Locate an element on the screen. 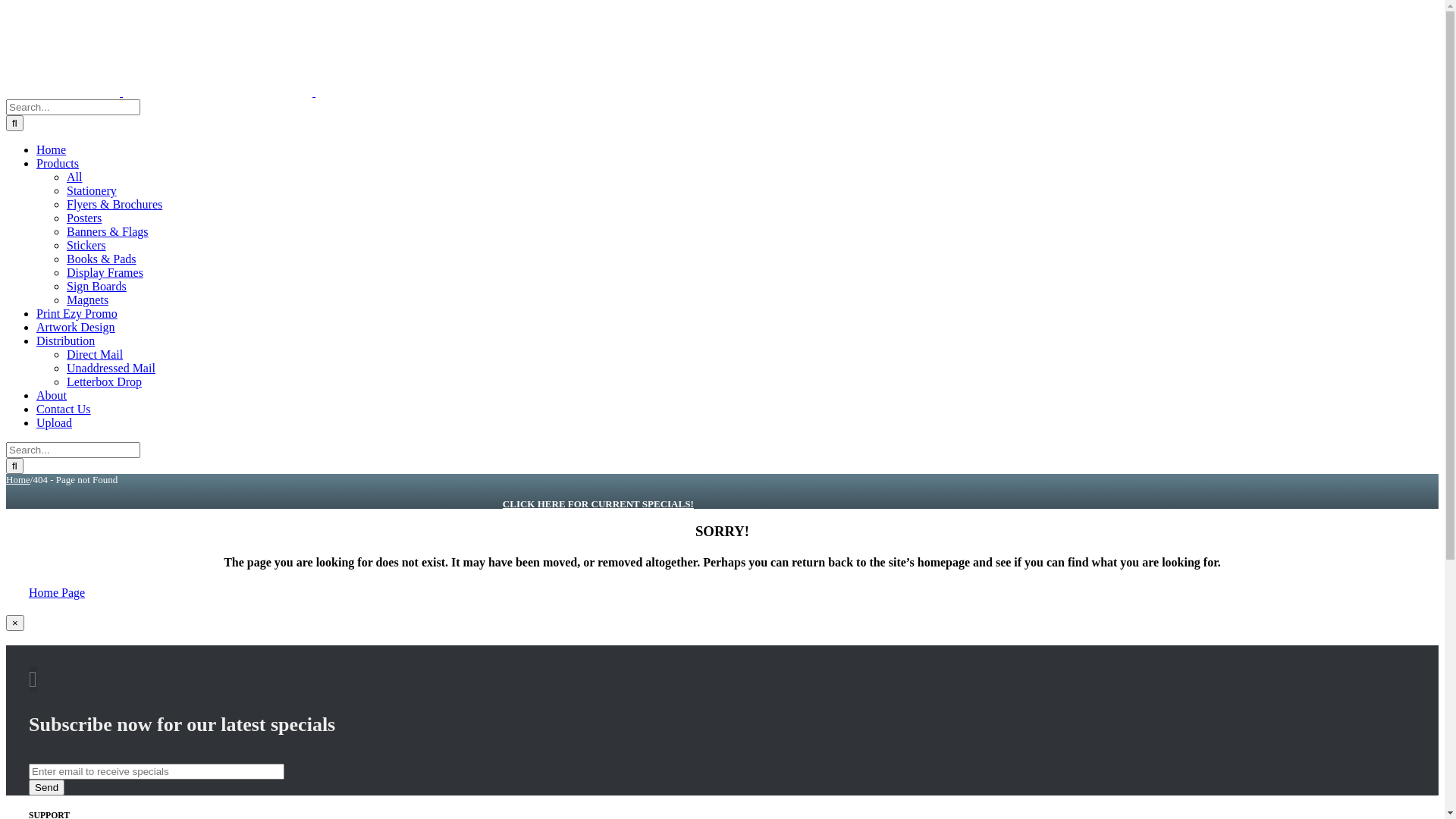  'Sign Boards' is located at coordinates (65, 286).